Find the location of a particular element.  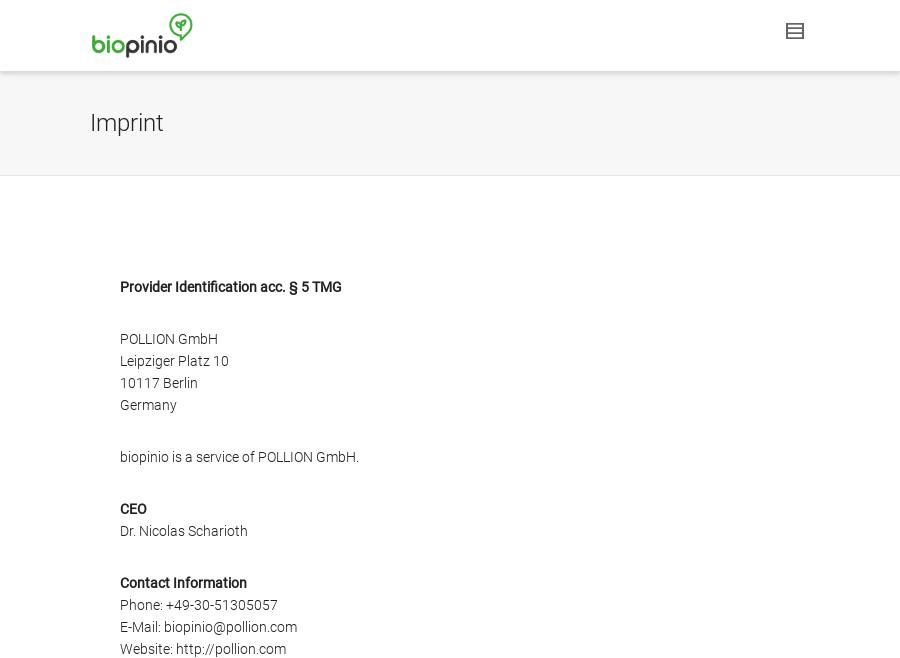

'Provider Identification acc. § 5 TMG' is located at coordinates (230, 286).